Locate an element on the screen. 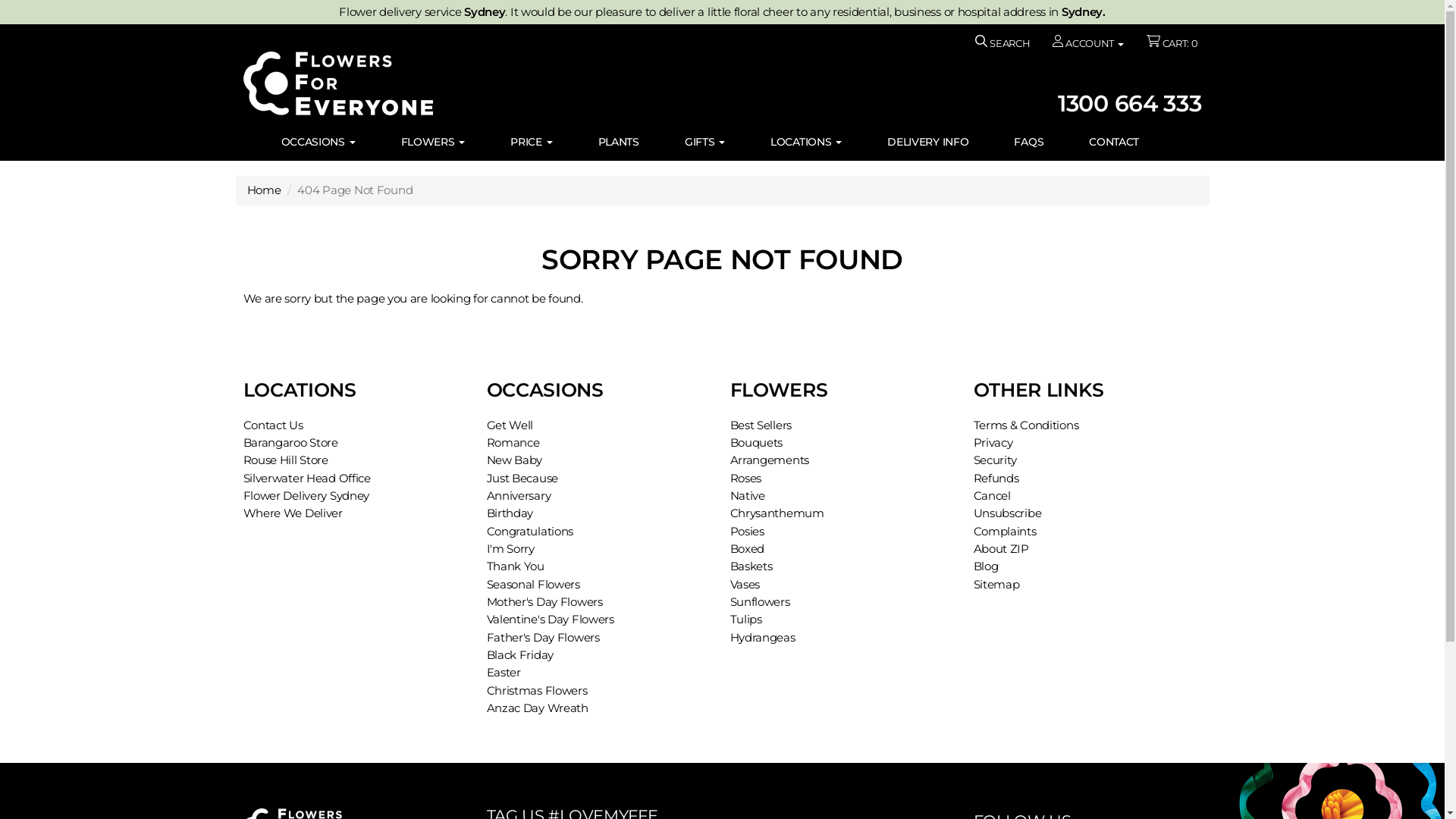  'I'm Sorry' is located at coordinates (487, 549).